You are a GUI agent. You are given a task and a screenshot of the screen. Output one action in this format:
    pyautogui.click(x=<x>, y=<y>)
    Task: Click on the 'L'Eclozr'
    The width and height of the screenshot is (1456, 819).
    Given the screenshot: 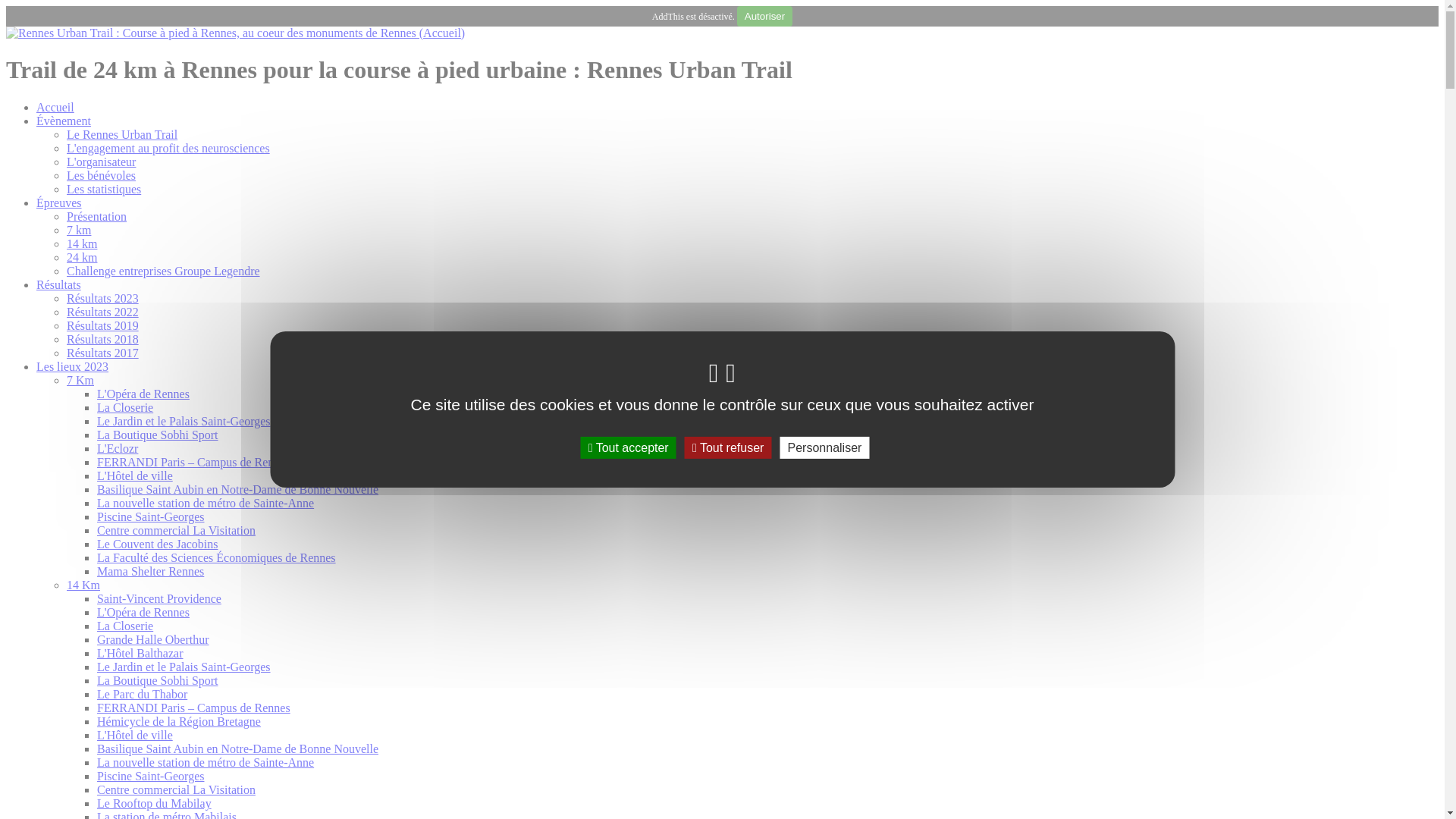 What is the action you would take?
    pyautogui.click(x=116, y=447)
    